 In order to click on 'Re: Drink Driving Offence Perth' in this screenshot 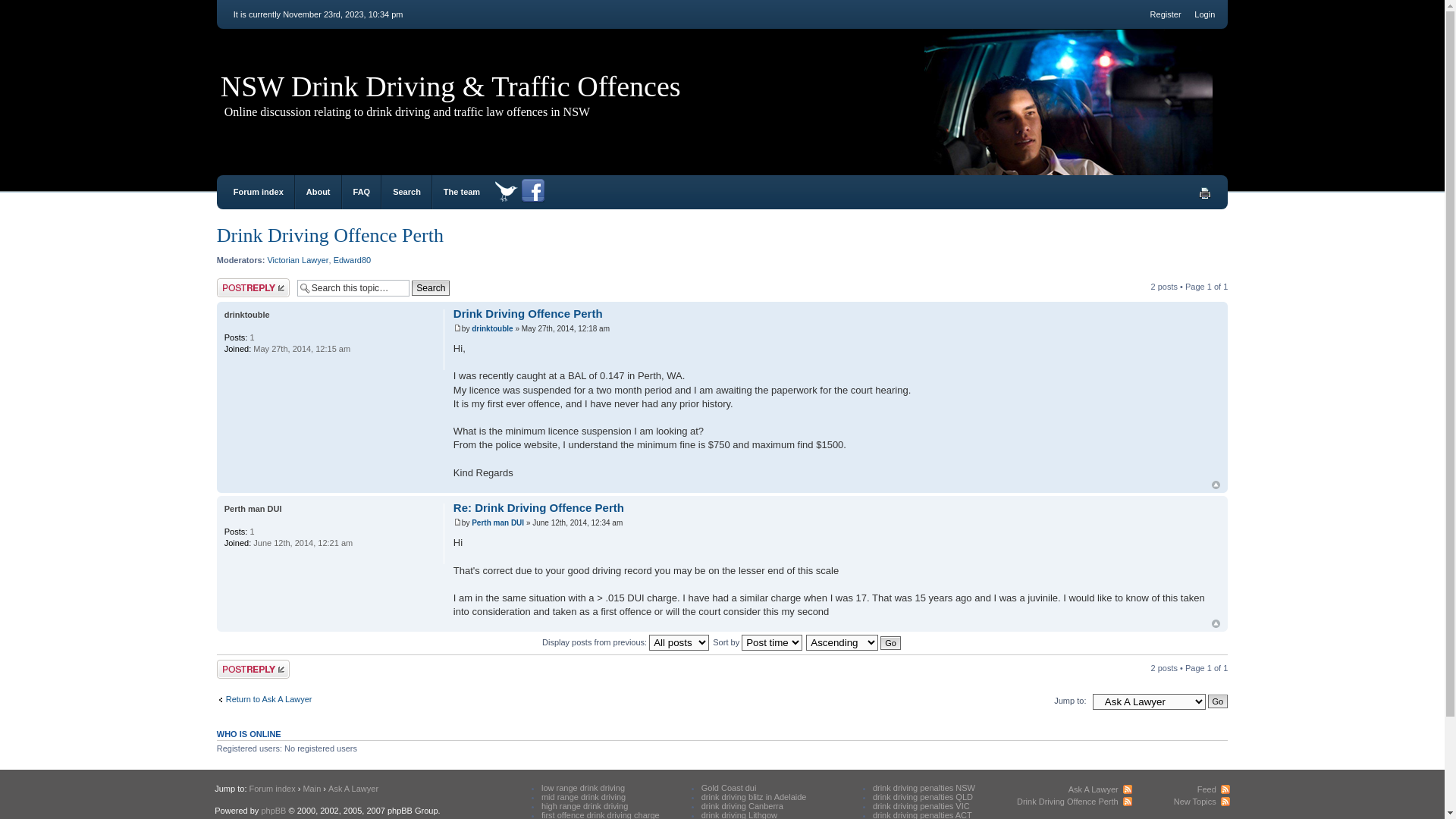, I will do `click(538, 507)`.